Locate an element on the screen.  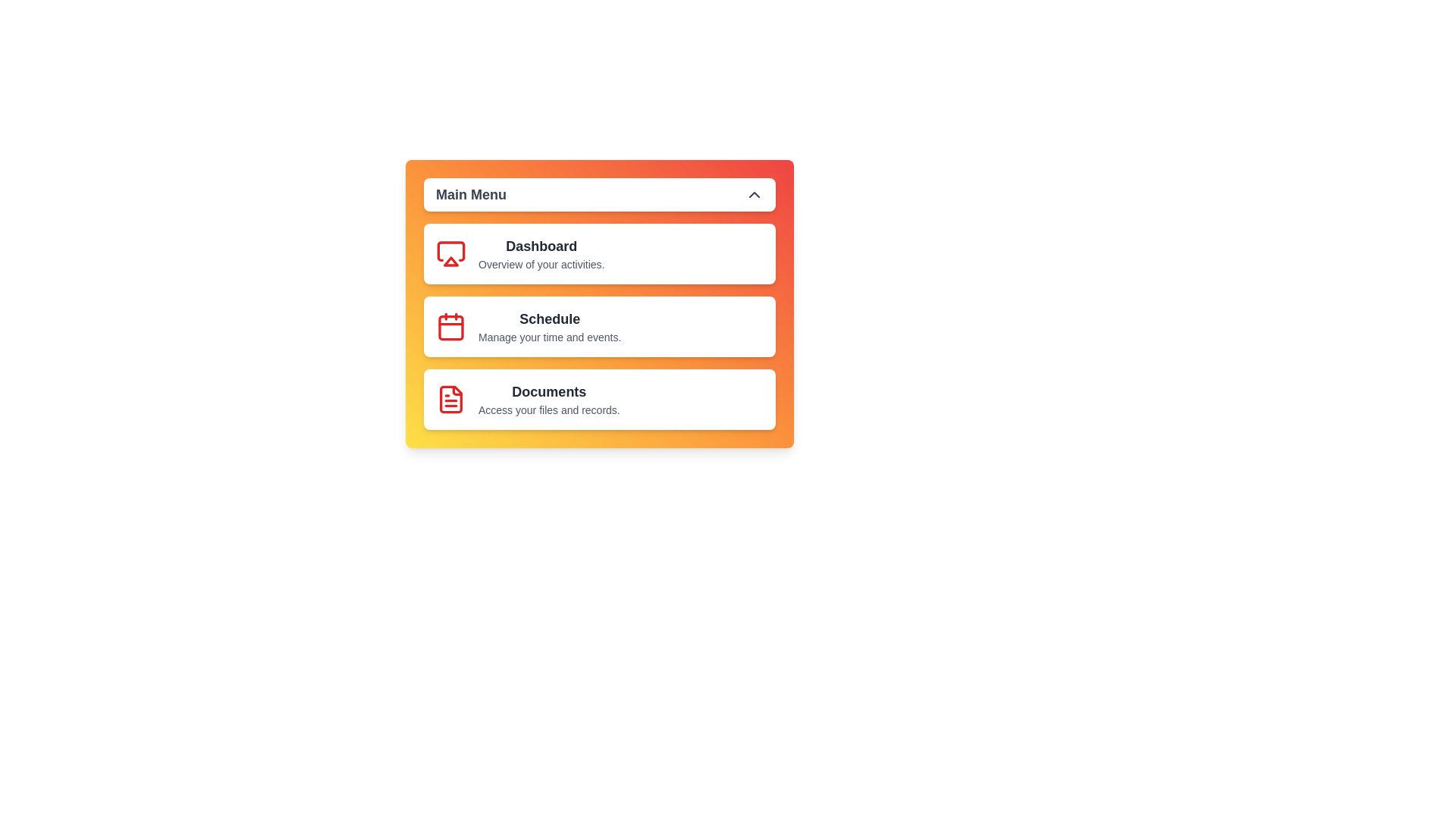
the menu item Schedule to observe the hover effect is located at coordinates (599, 326).